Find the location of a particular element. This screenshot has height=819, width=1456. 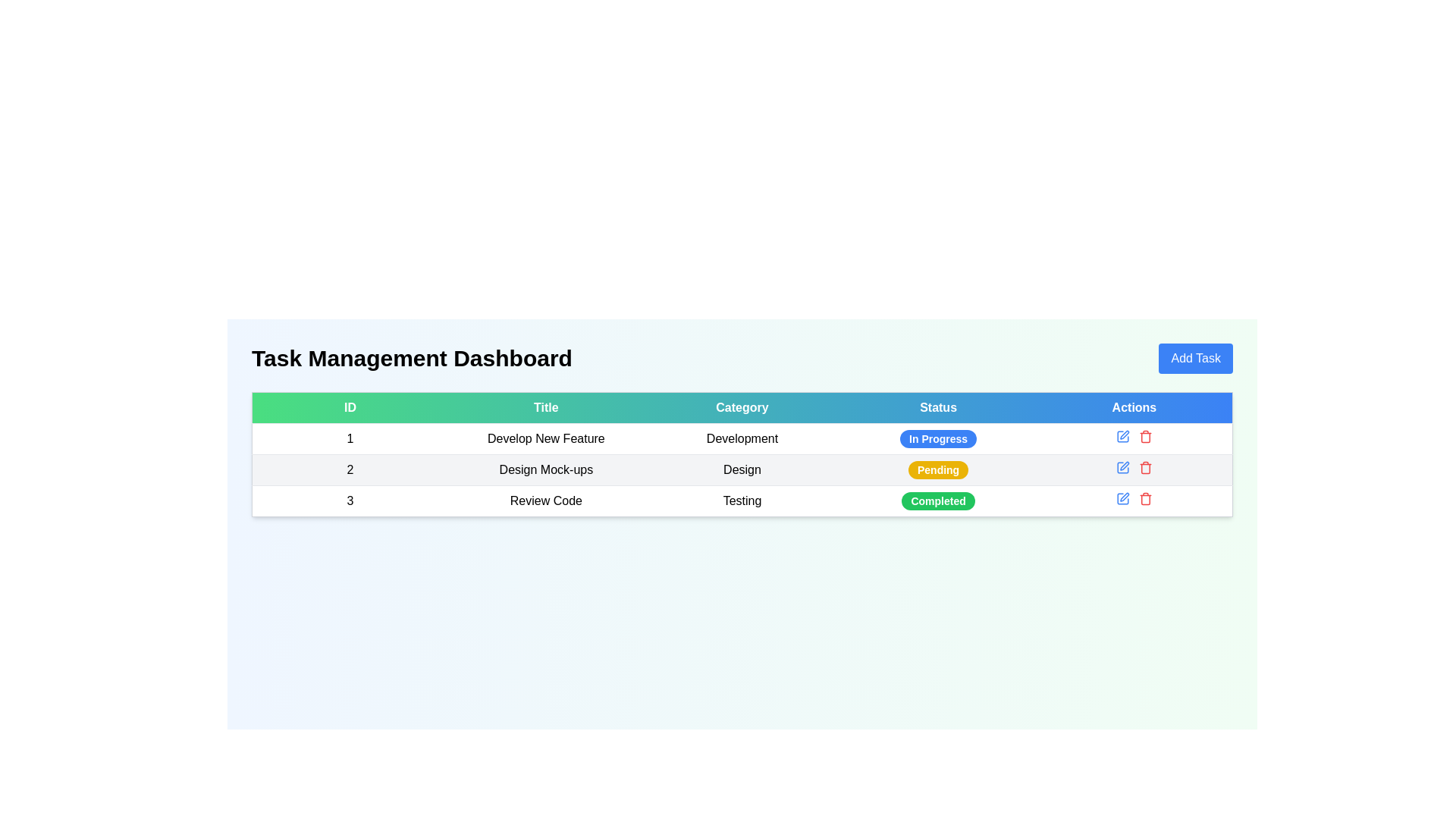

the Status label indicating 'In Progress' for the task 'Develop New Feature', located in the Status column of the task management table is located at coordinates (937, 438).